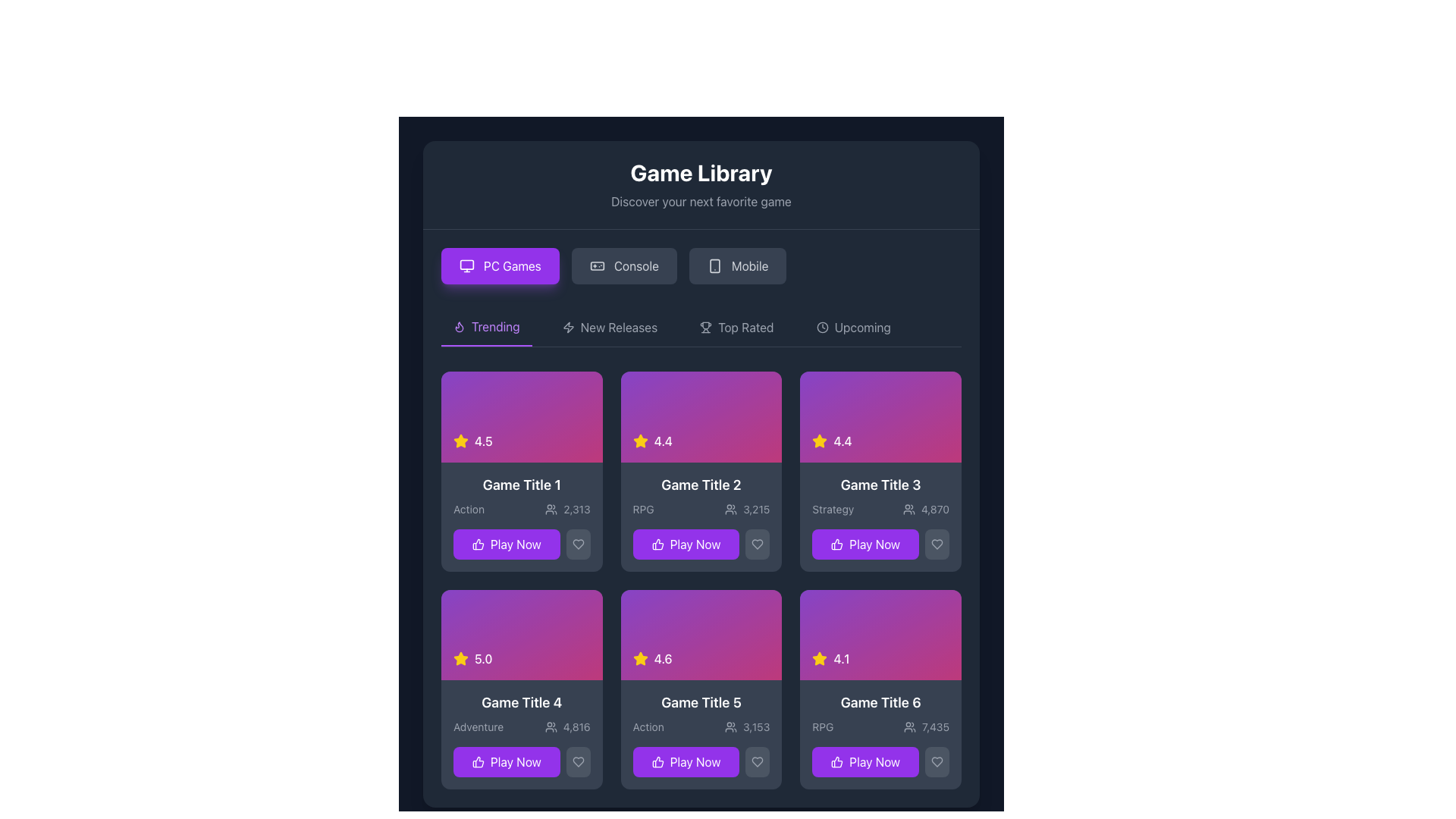 Image resolution: width=1456 pixels, height=819 pixels. I want to click on the 'Top Rated' button in the navigation bar, so click(736, 327).